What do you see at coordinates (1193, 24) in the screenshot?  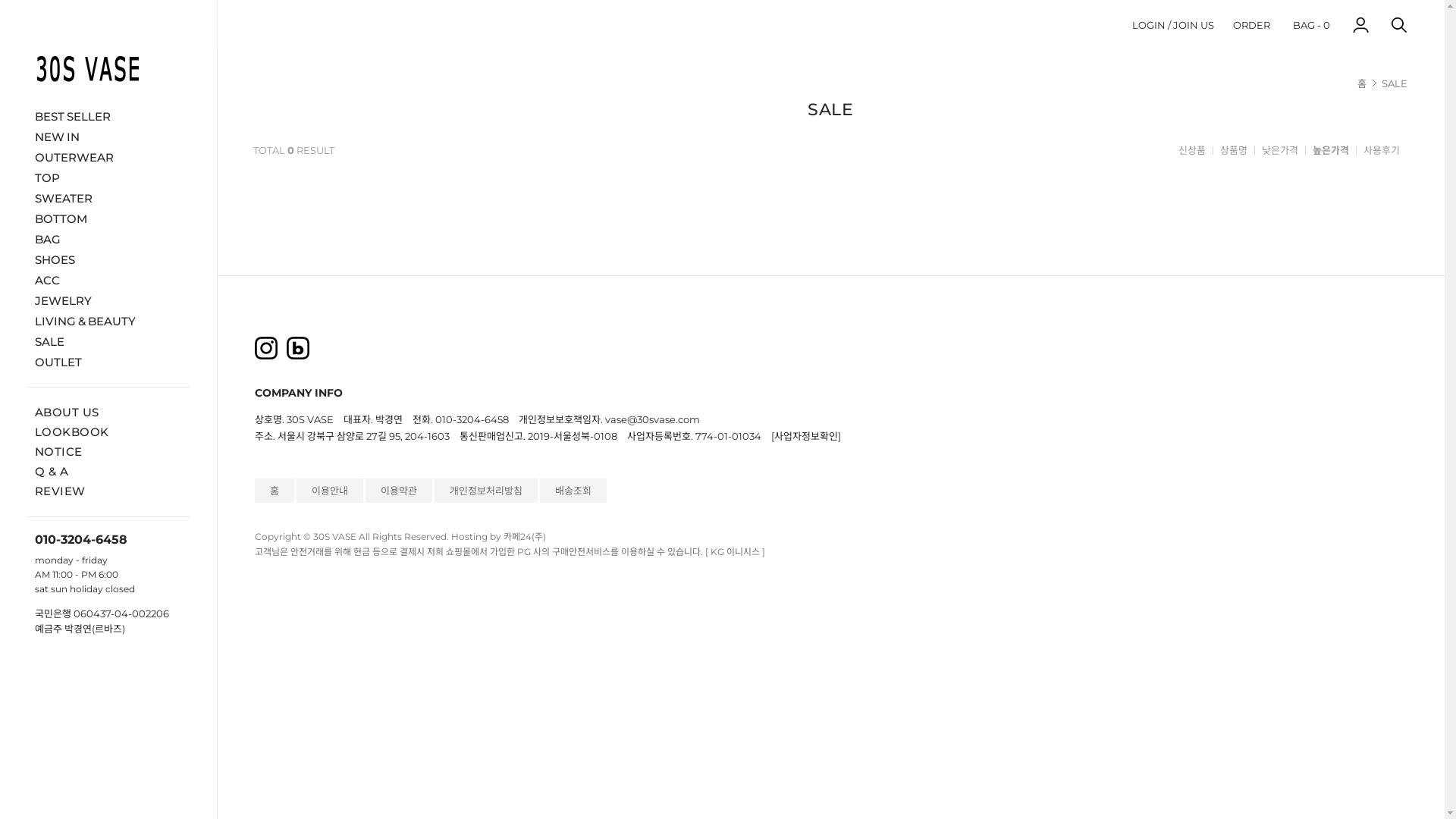 I see `'JOIN US'` at bounding box center [1193, 24].